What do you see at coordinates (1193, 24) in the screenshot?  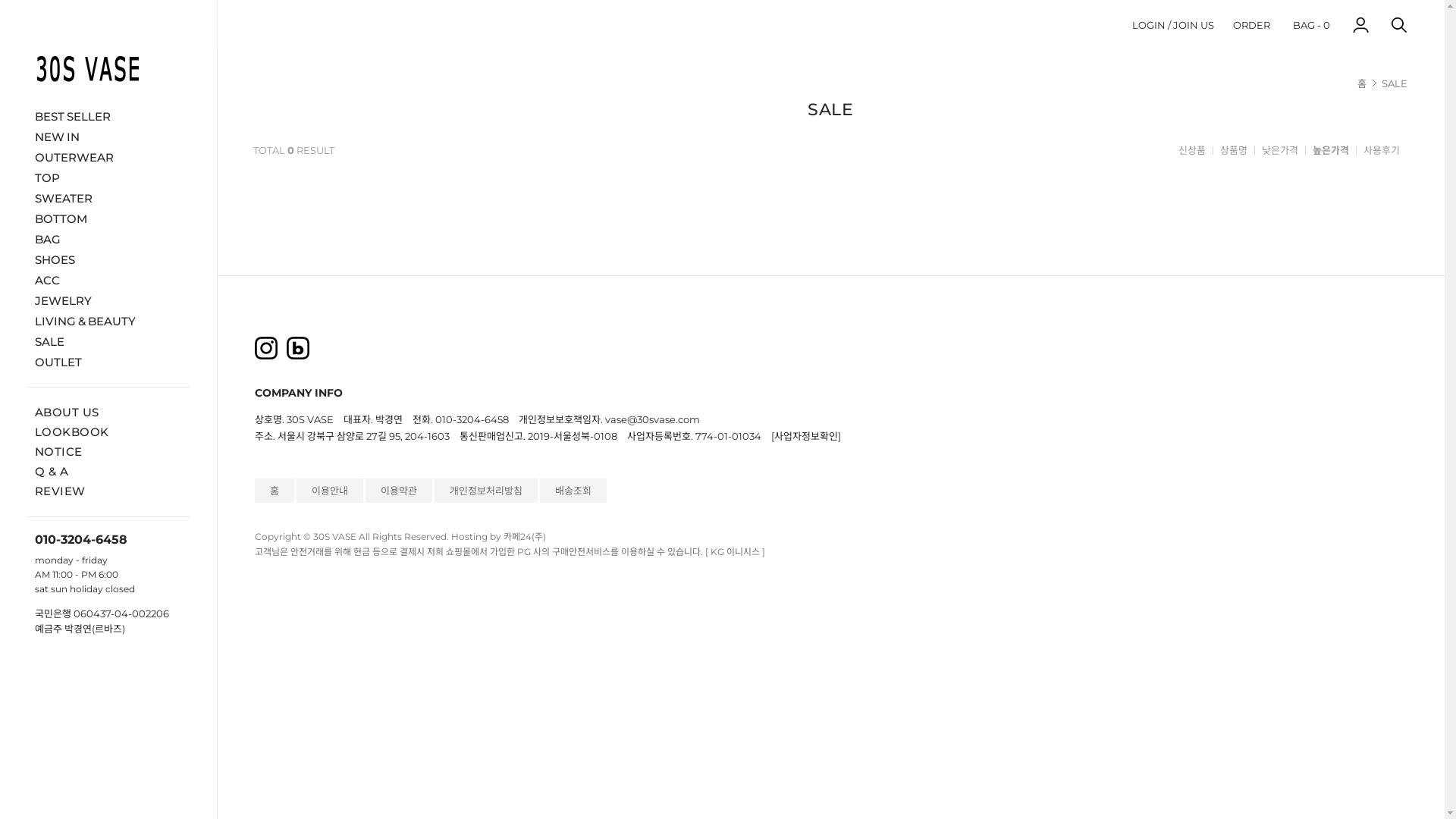 I see `'JOIN US'` at bounding box center [1193, 24].